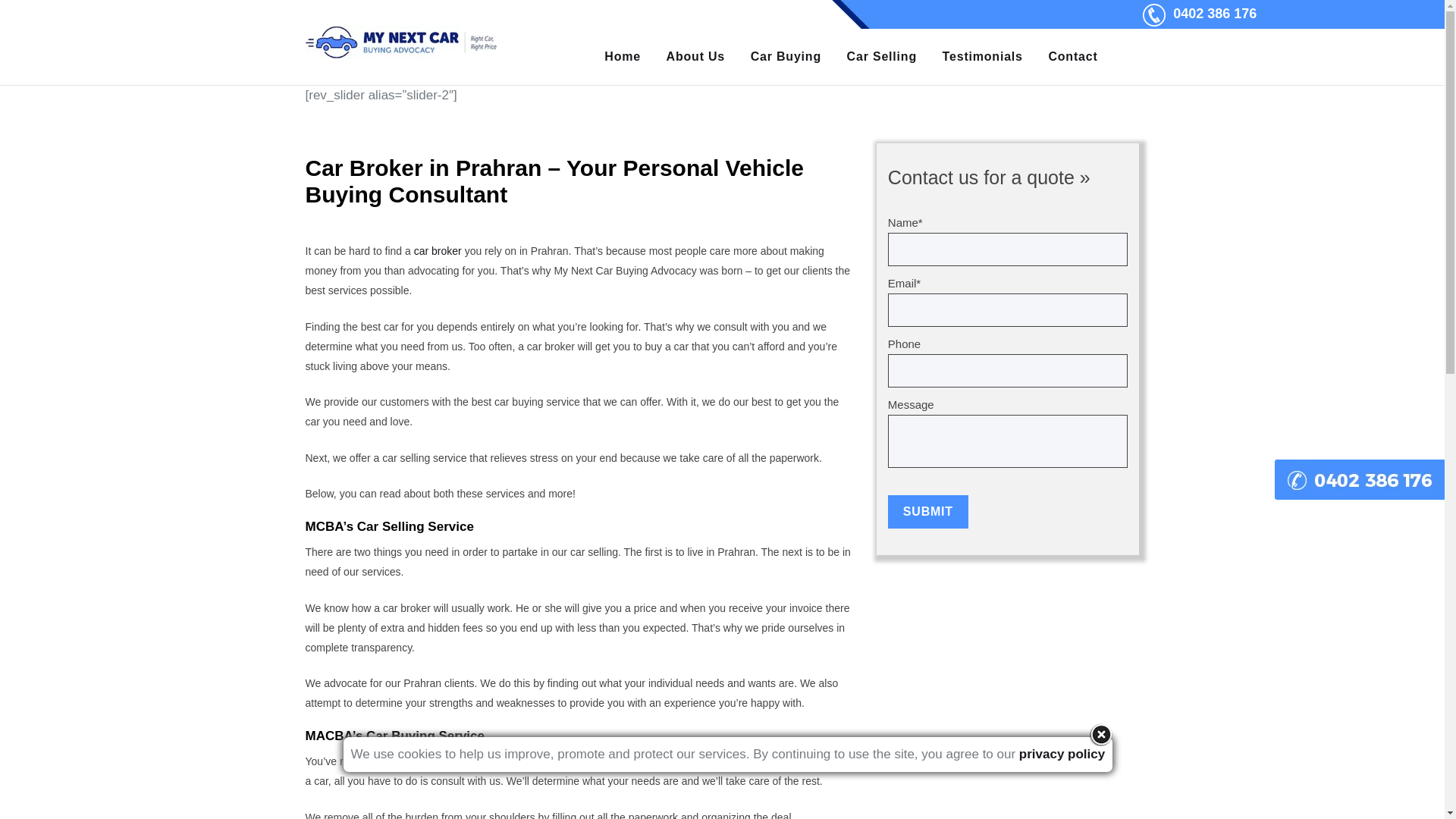 This screenshot has width=1456, height=819. What do you see at coordinates (983, 55) in the screenshot?
I see `'Testimonials'` at bounding box center [983, 55].